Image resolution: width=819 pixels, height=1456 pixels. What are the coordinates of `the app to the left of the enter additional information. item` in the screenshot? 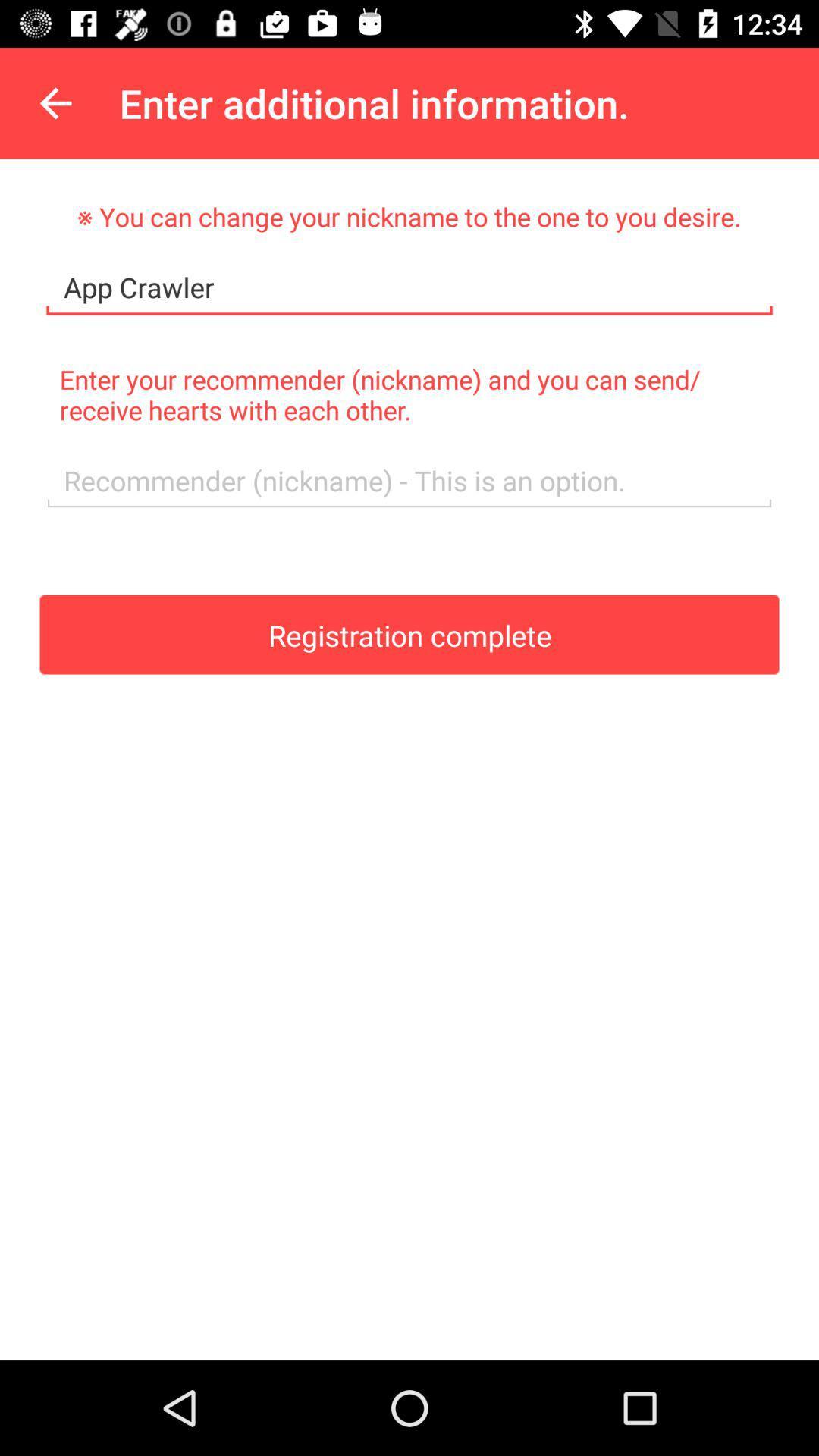 It's located at (55, 102).